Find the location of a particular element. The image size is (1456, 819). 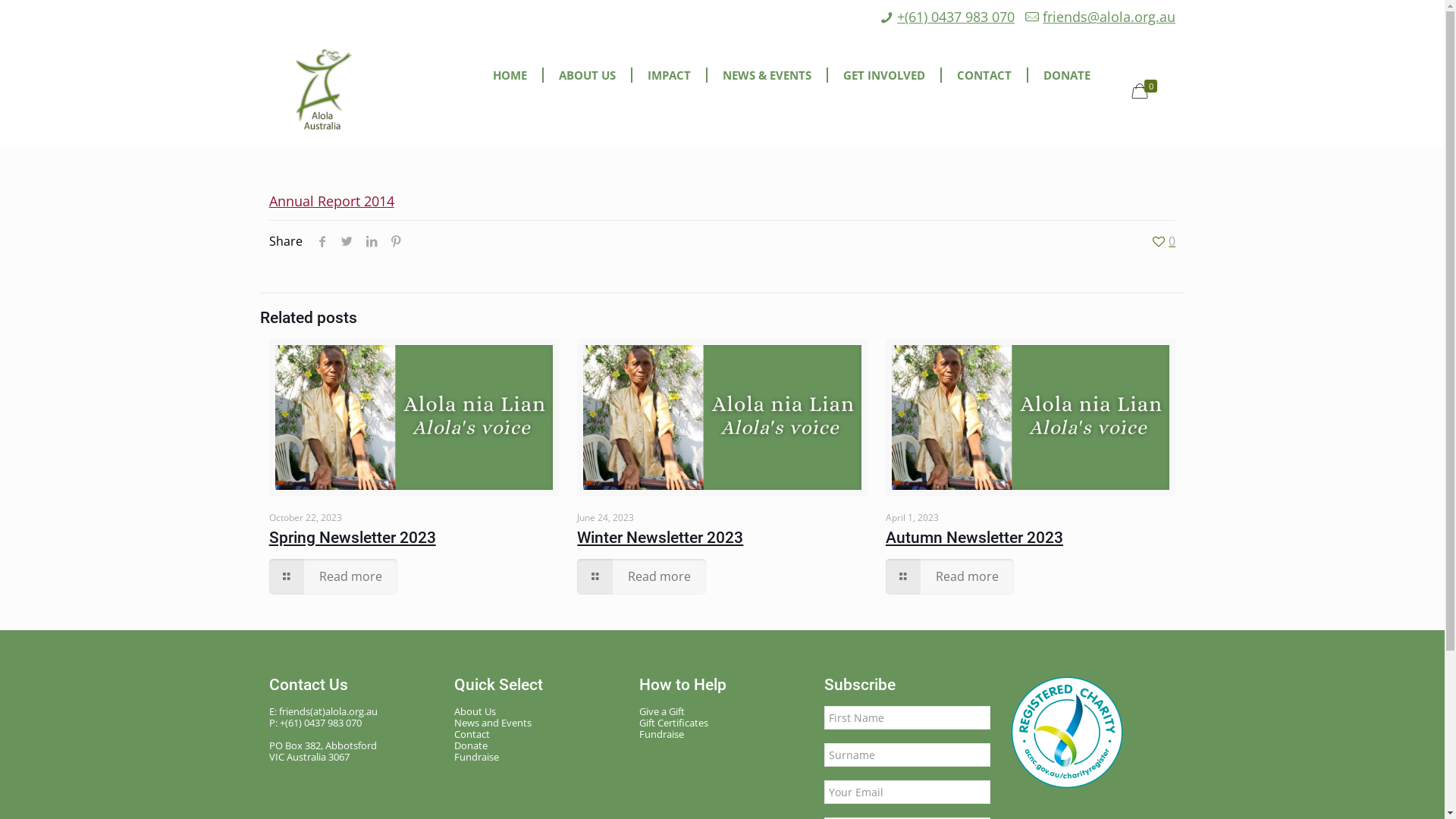

'Annual Report 2014' is located at coordinates (331, 200).